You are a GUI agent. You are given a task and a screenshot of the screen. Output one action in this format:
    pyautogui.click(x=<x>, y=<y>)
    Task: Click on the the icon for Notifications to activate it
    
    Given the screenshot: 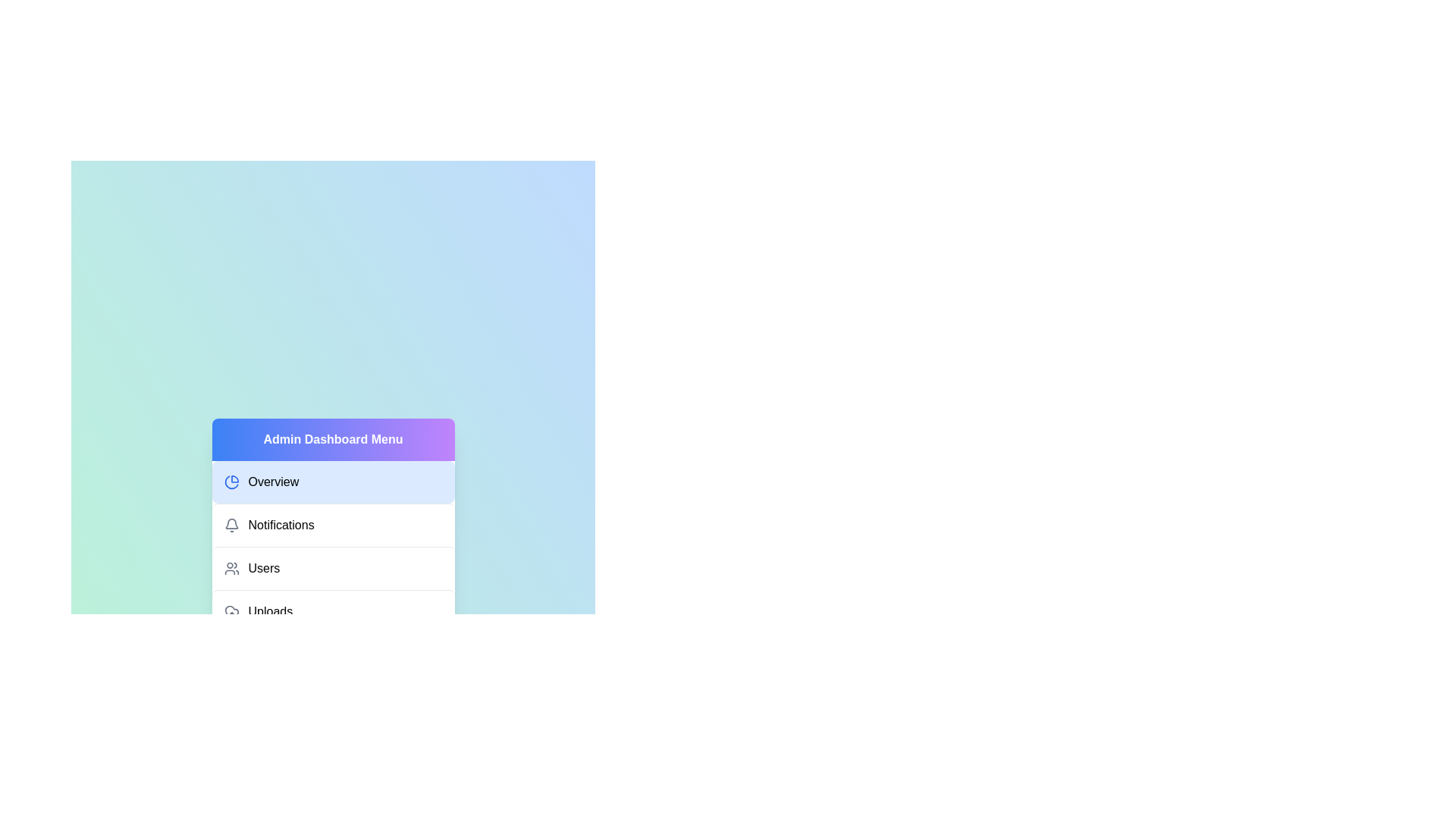 What is the action you would take?
    pyautogui.click(x=231, y=525)
    